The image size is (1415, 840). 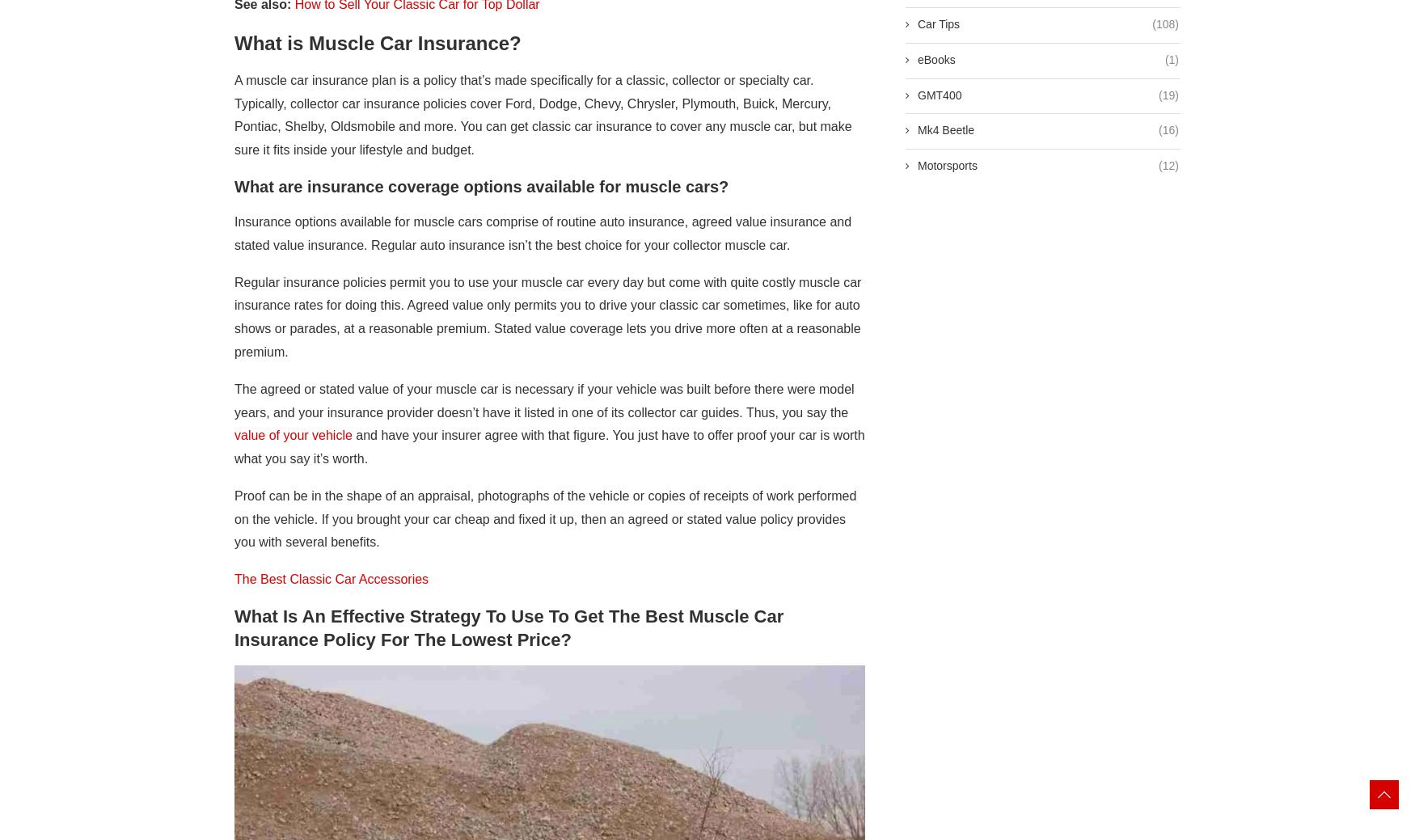 I want to click on '(19)', so click(x=1168, y=93).